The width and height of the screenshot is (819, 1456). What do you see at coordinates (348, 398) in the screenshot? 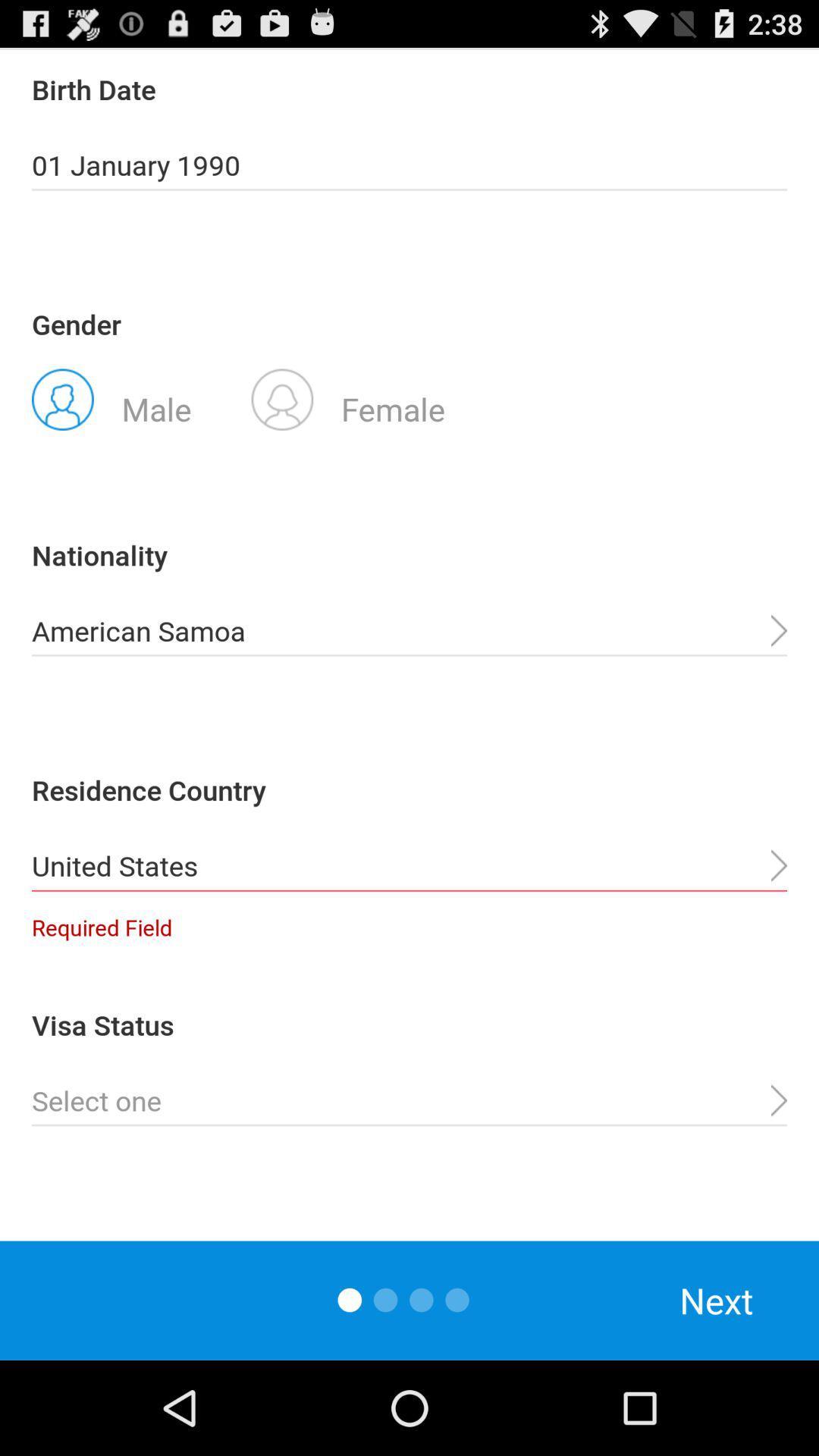
I see `the app above american samoa` at bounding box center [348, 398].